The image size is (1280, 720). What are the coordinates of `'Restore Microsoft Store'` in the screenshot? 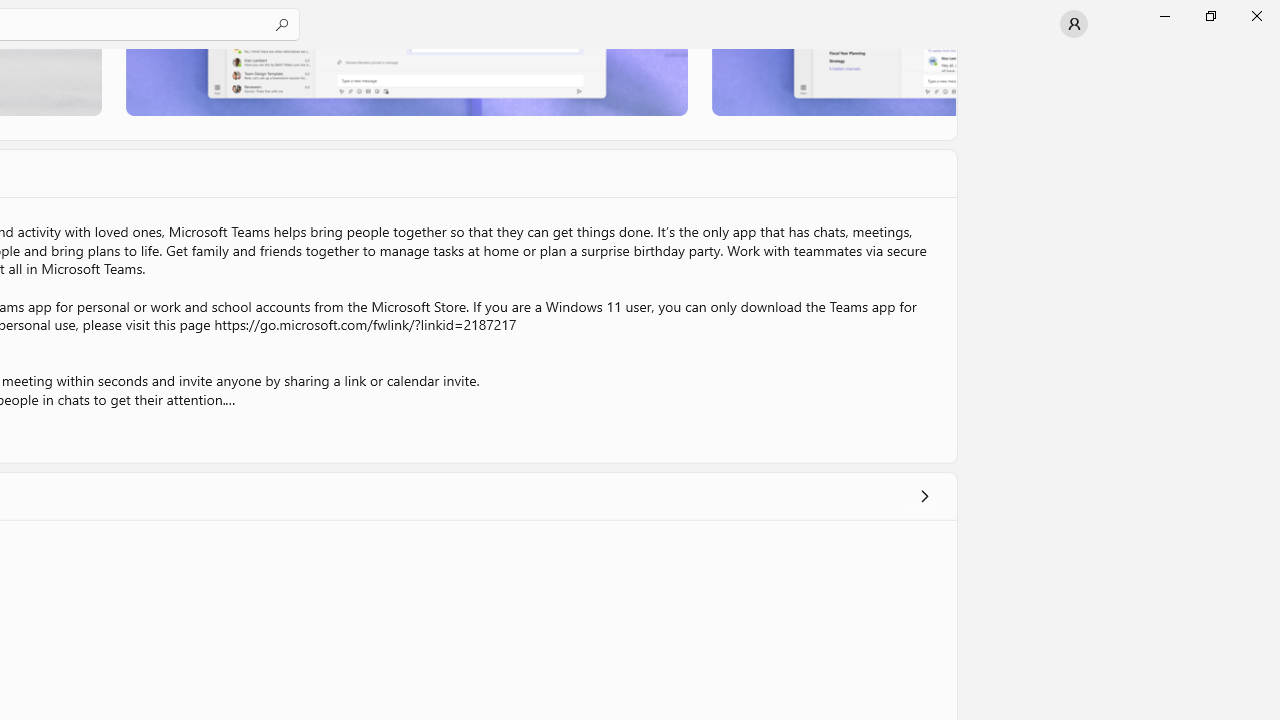 It's located at (1209, 15).